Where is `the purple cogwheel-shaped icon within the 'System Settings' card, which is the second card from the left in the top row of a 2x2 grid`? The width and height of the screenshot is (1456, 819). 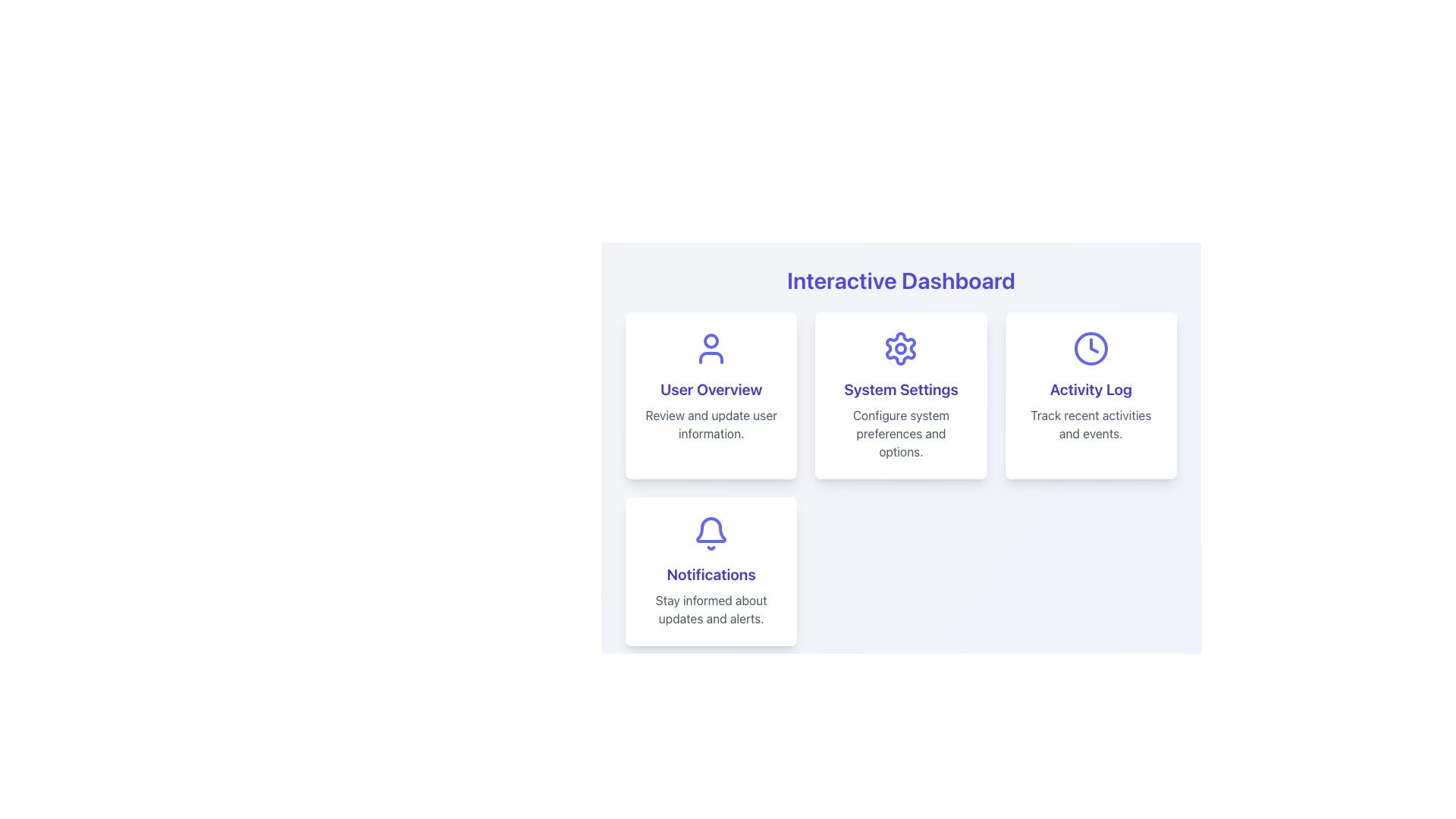
the purple cogwheel-shaped icon within the 'System Settings' card, which is the second card from the left in the top row of a 2x2 grid is located at coordinates (901, 348).